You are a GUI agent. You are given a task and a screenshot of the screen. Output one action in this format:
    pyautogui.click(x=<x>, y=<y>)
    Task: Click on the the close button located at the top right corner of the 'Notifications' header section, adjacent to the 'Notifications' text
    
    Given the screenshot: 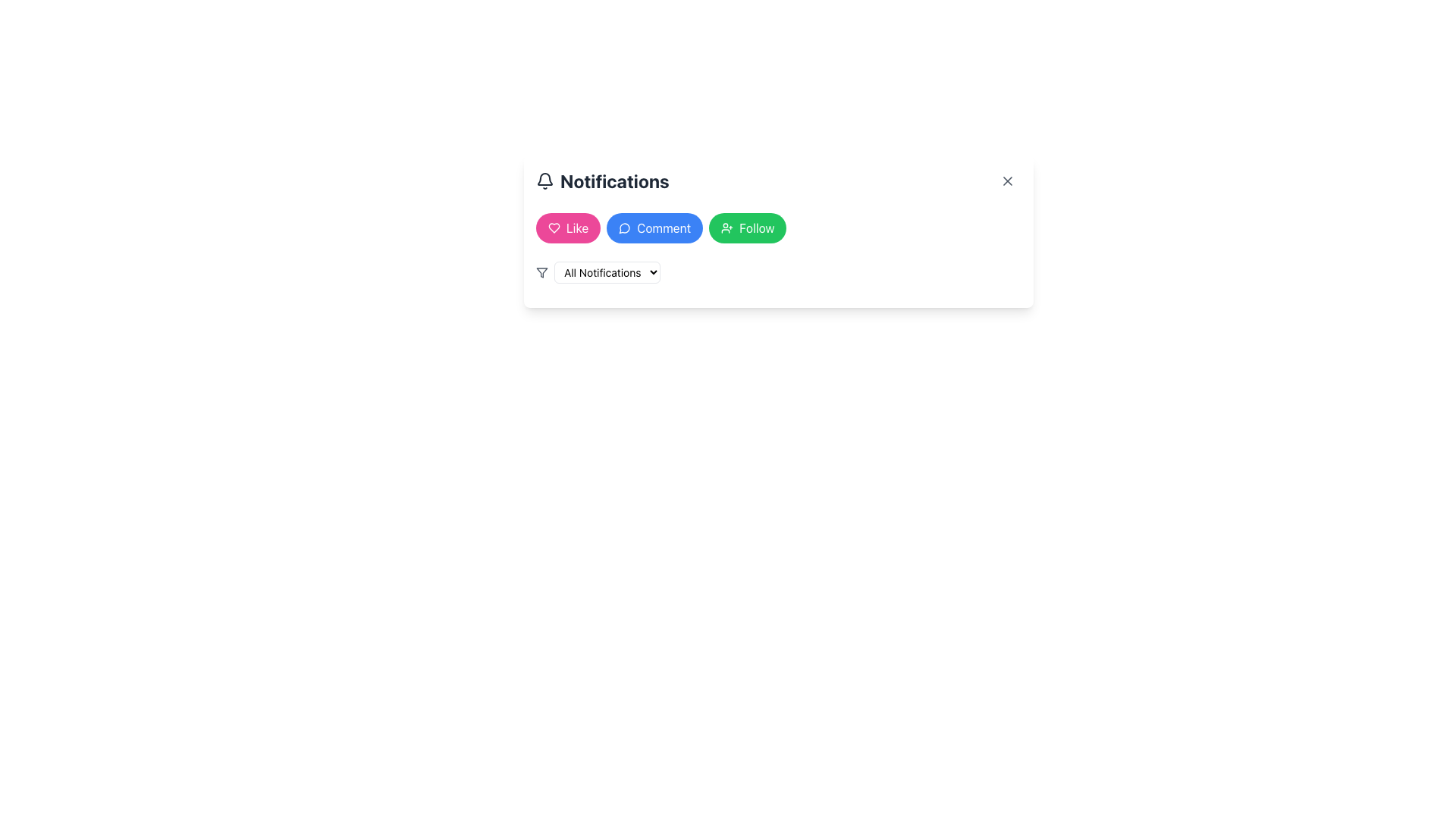 What is the action you would take?
    pyautogui.click(x=1008, y=180)
    